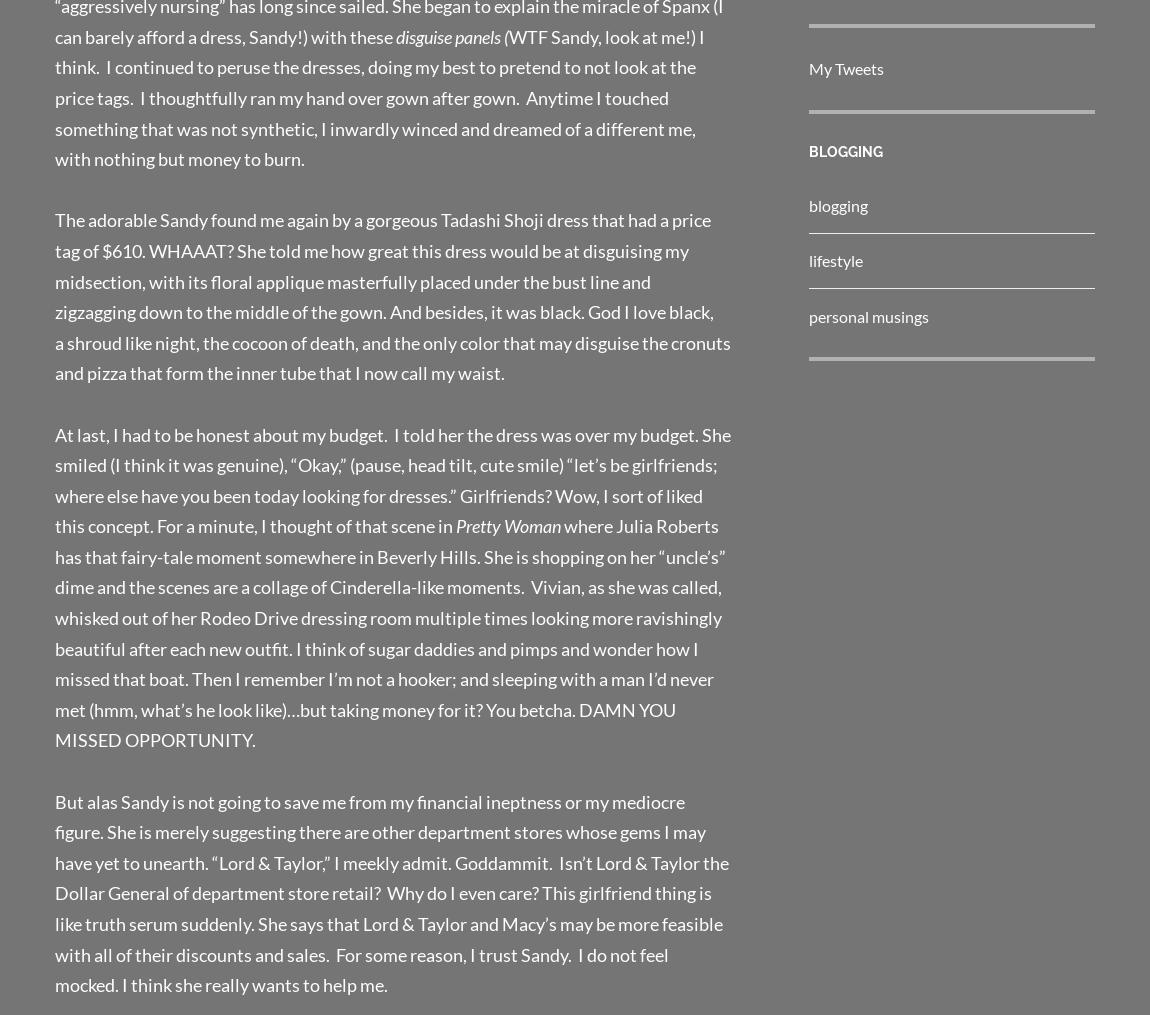  Describe the element at coordinates (455, 525) in the screenshot. I see `'Pretty Woman'` at that location.